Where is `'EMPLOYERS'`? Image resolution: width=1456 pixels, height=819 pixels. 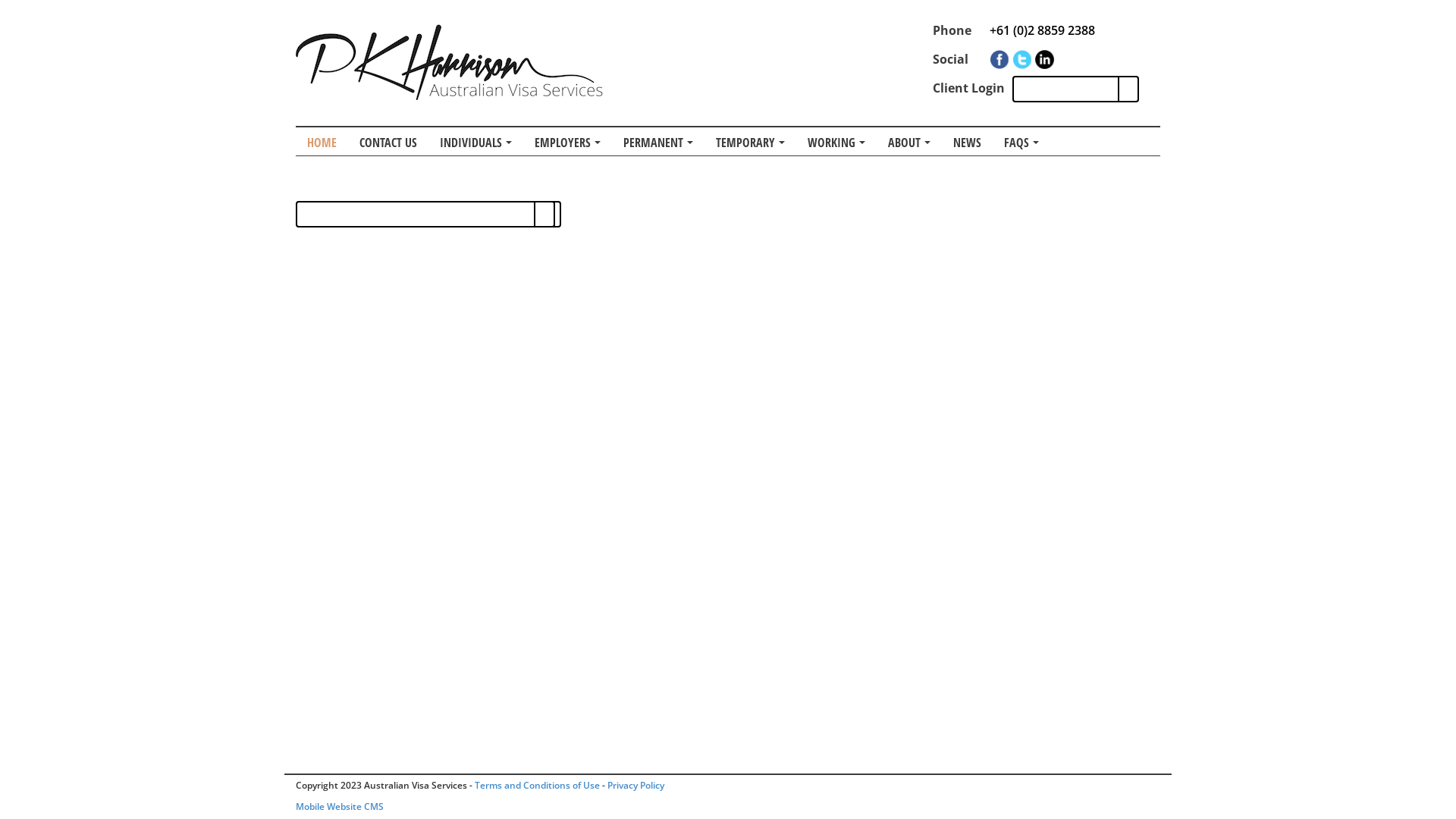
'EMPLOYERS' is located at coordinates (566, 141).